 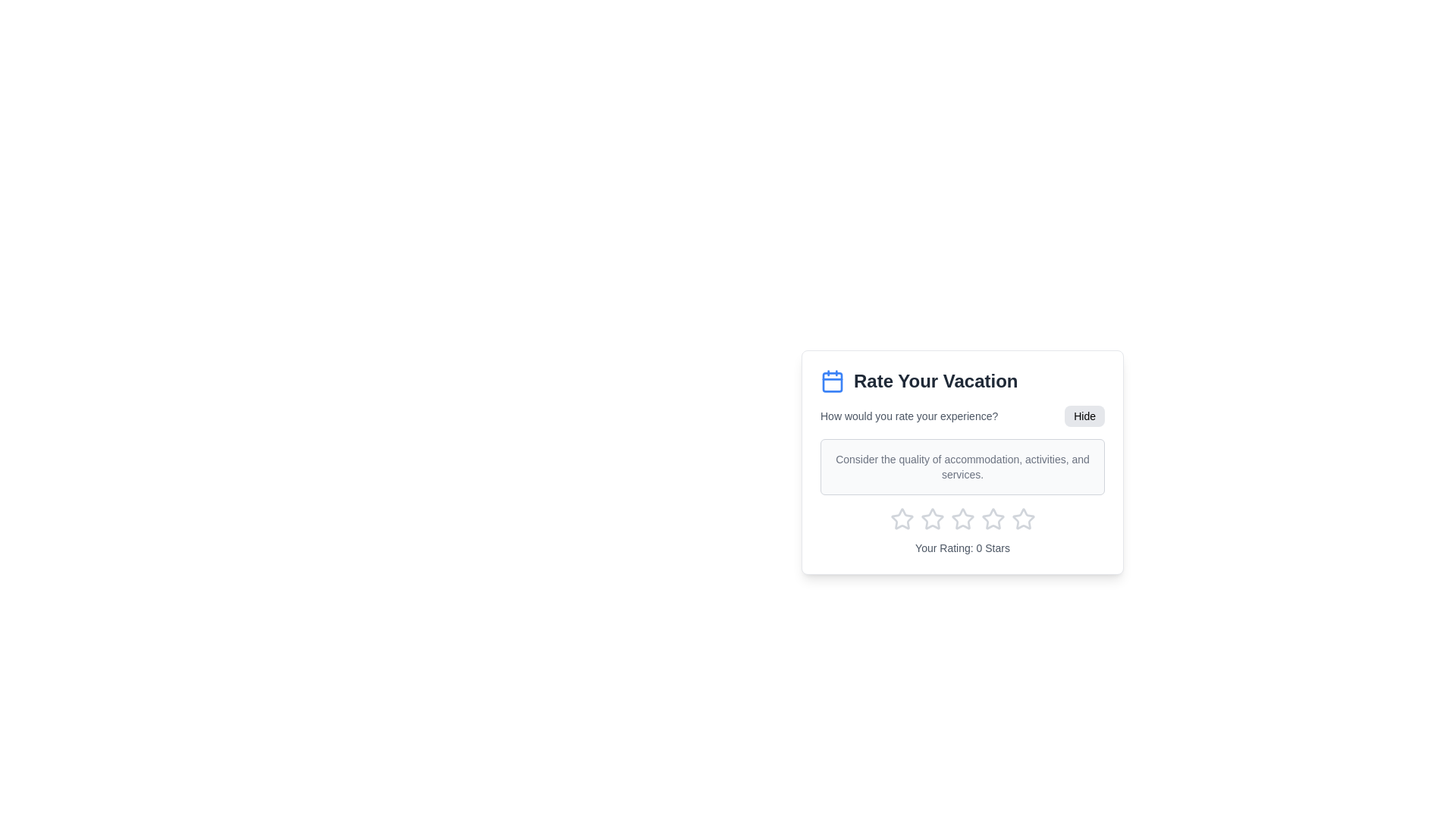 What do you see at coordinates (993, 518) in the screenshot?
I see `the third star icon in the star rating system for accessibility, located below the text 'Consider the quality of accommodation, activities, and services.'` at bounding box center [993, 518].